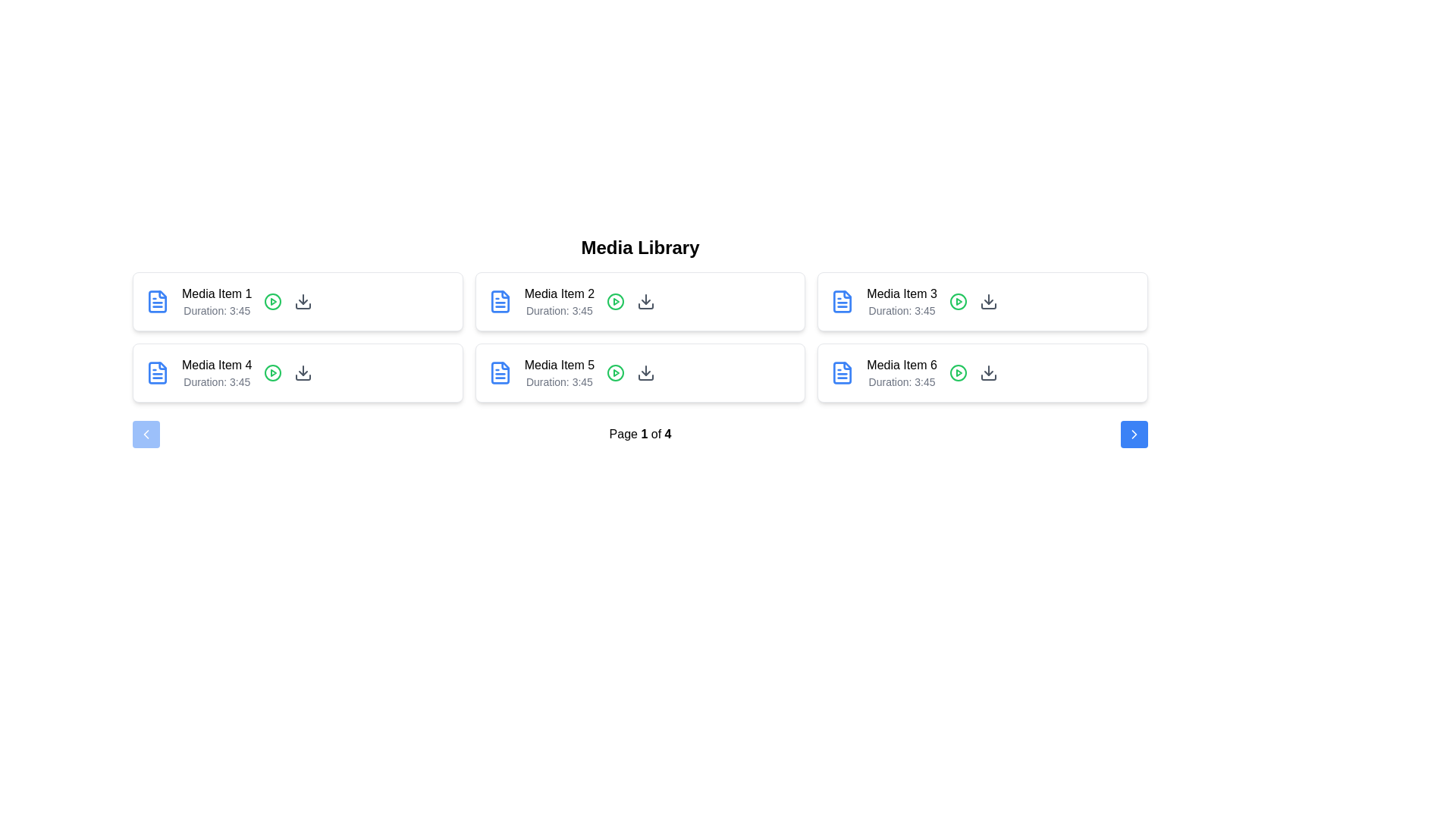 This screenshot has width=1456, height=819. Describe the element at coordinates (303, 301) in the screenshot. I see `the download icon, which is represented by a downward arrow and a horizontal line underneath it, located within the first media item card to initiate download` at that location.